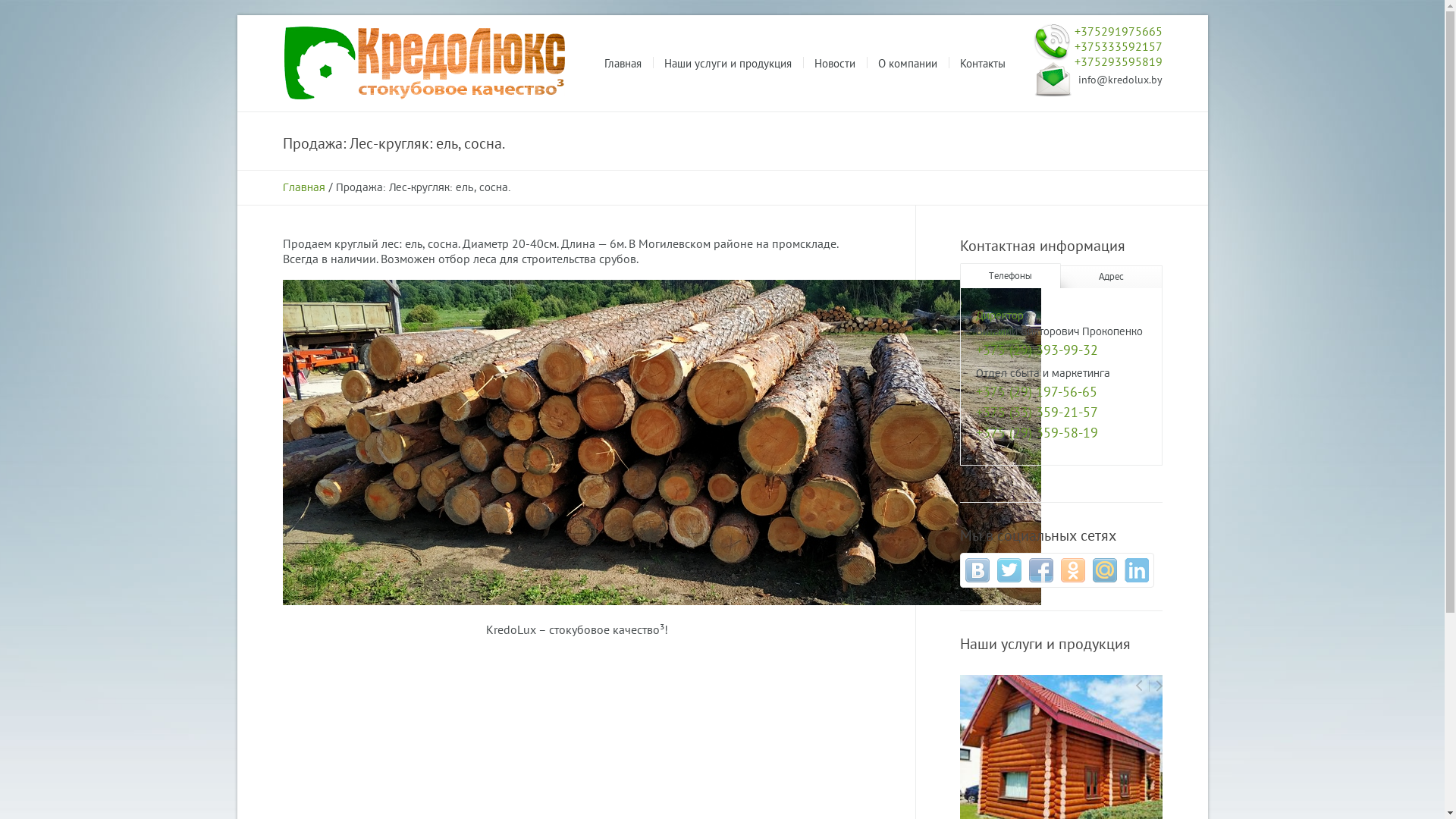  I want to click on '+375333592157', so click(1117, 45).